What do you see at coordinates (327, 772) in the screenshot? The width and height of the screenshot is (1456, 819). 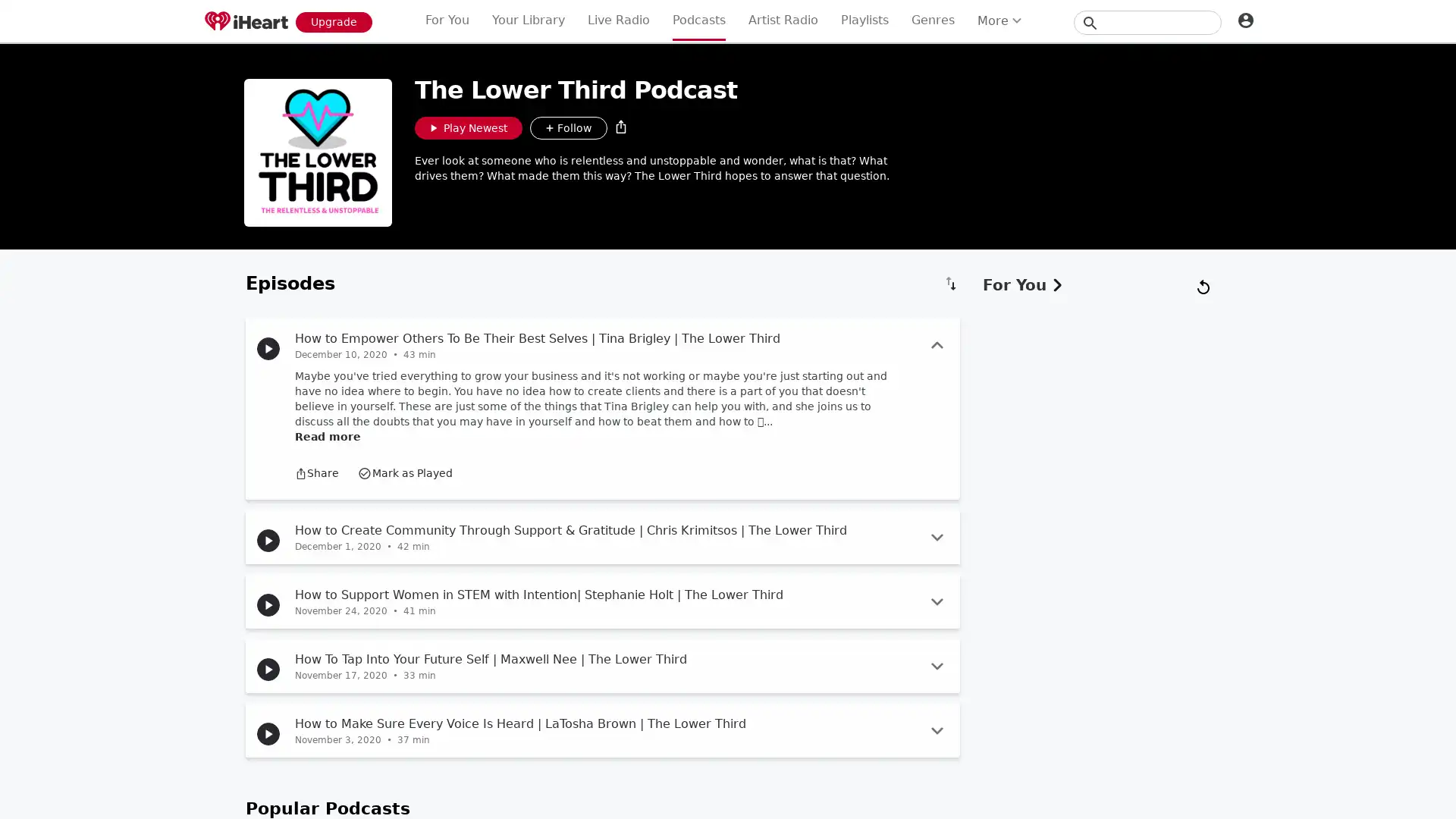 I see `Read more` at bounding box center [327, 772].